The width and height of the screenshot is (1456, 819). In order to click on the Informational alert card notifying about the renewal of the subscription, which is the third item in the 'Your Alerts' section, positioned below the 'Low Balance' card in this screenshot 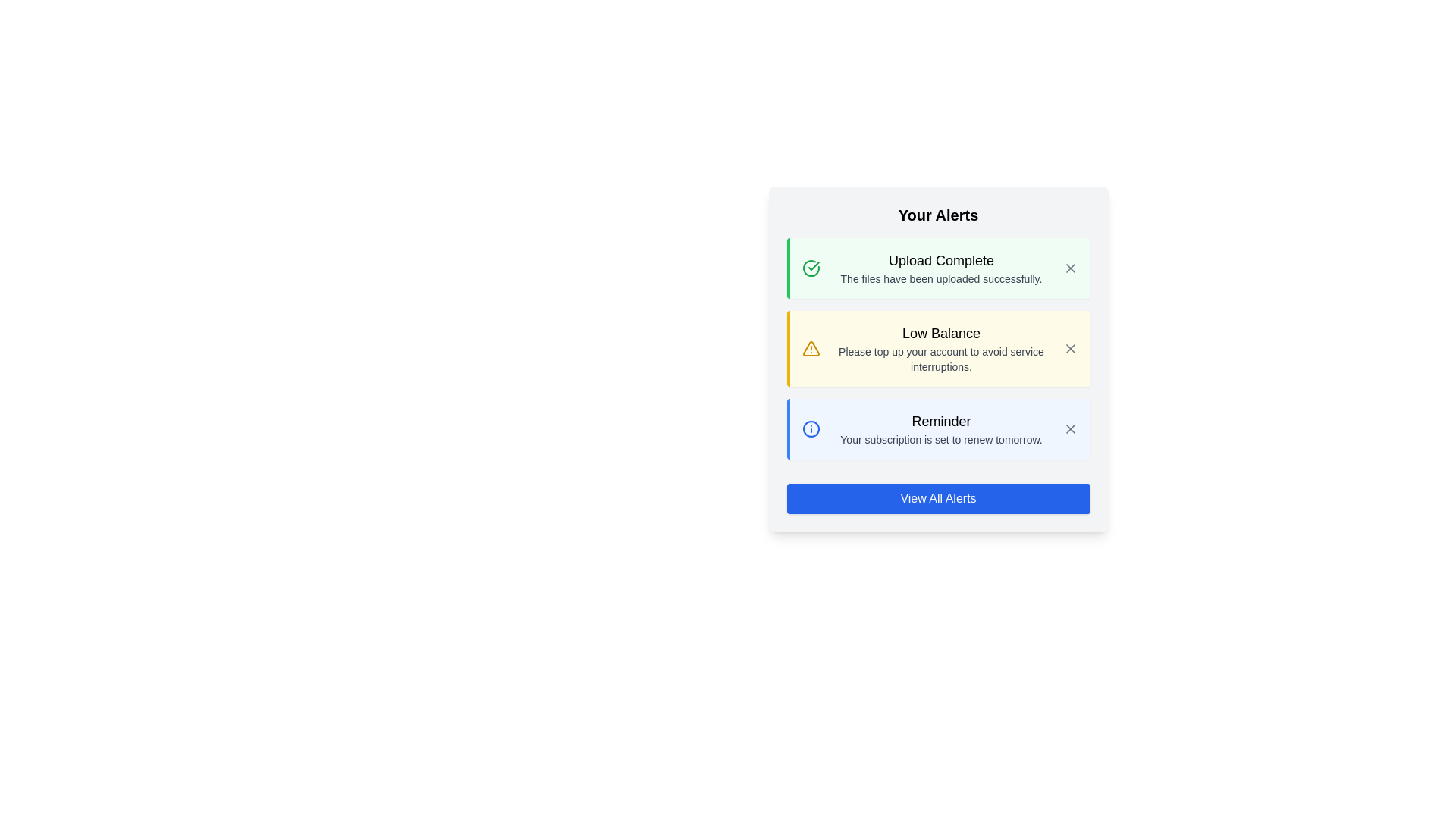, I will do `click(937, 429)`.